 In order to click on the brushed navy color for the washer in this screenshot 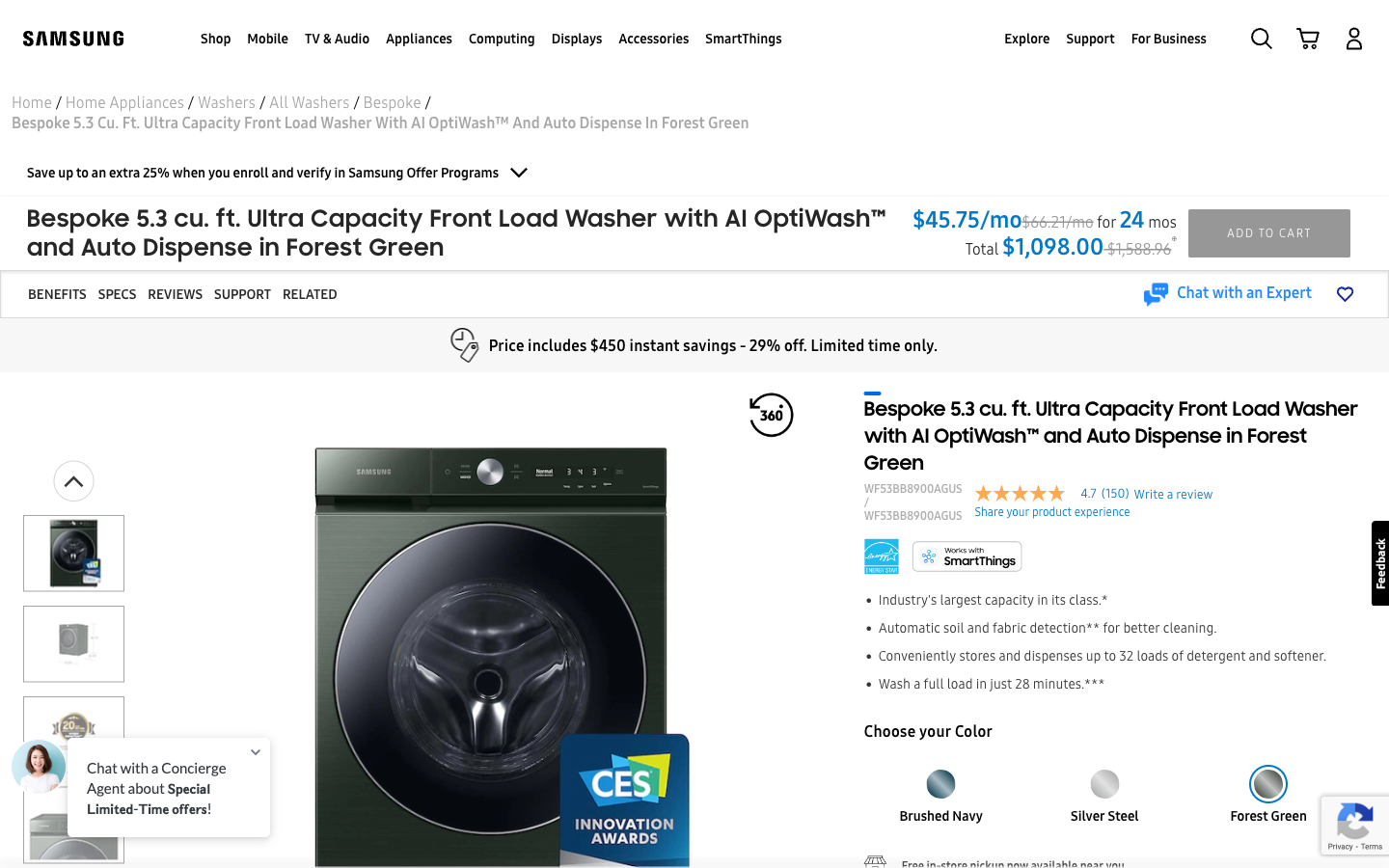, I will do `click(940, 777)`.